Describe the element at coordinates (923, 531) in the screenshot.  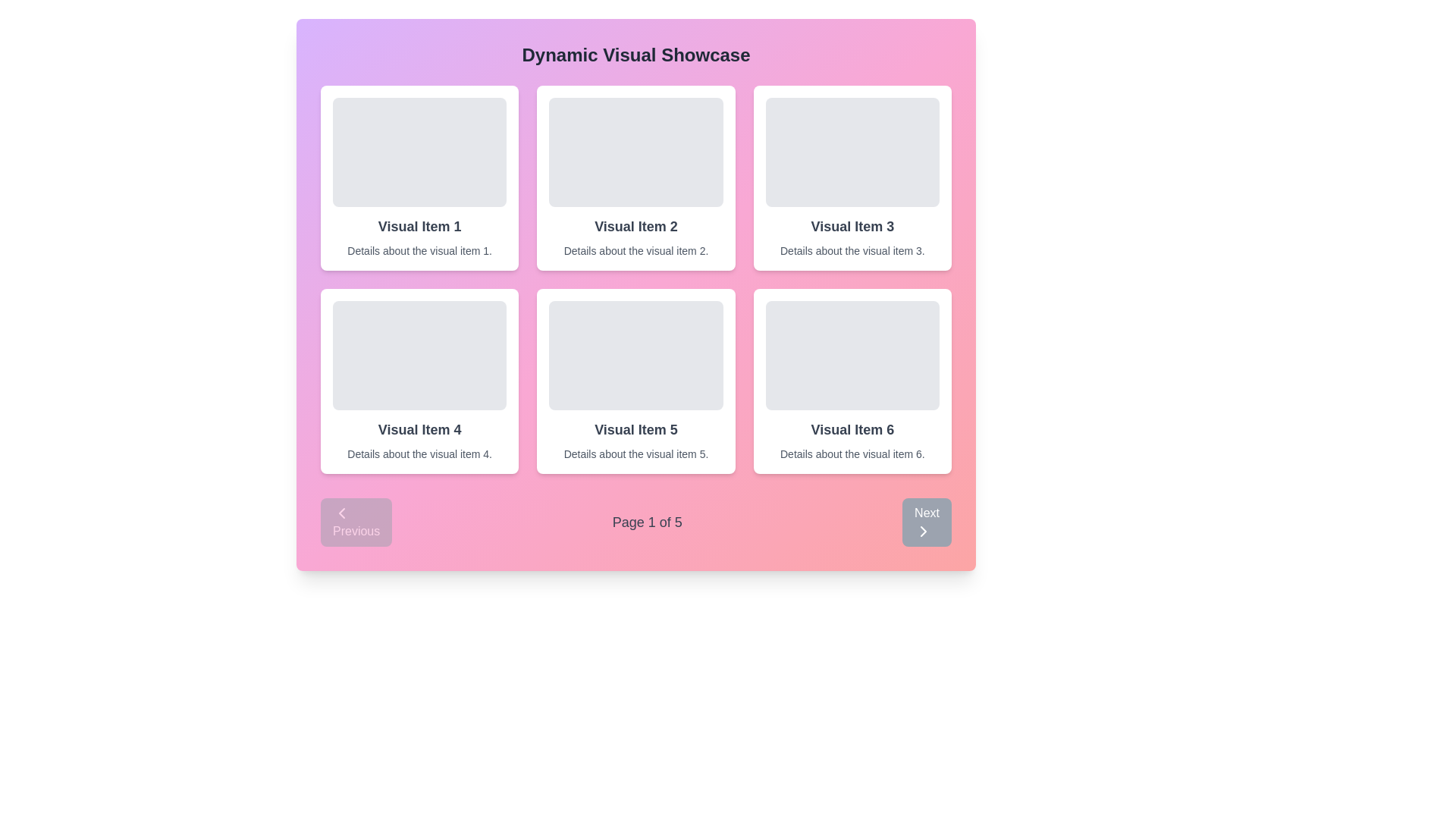
I see `the chevron icon located in the bottom-right corner of the interface next to the 'Next' text` at that location.